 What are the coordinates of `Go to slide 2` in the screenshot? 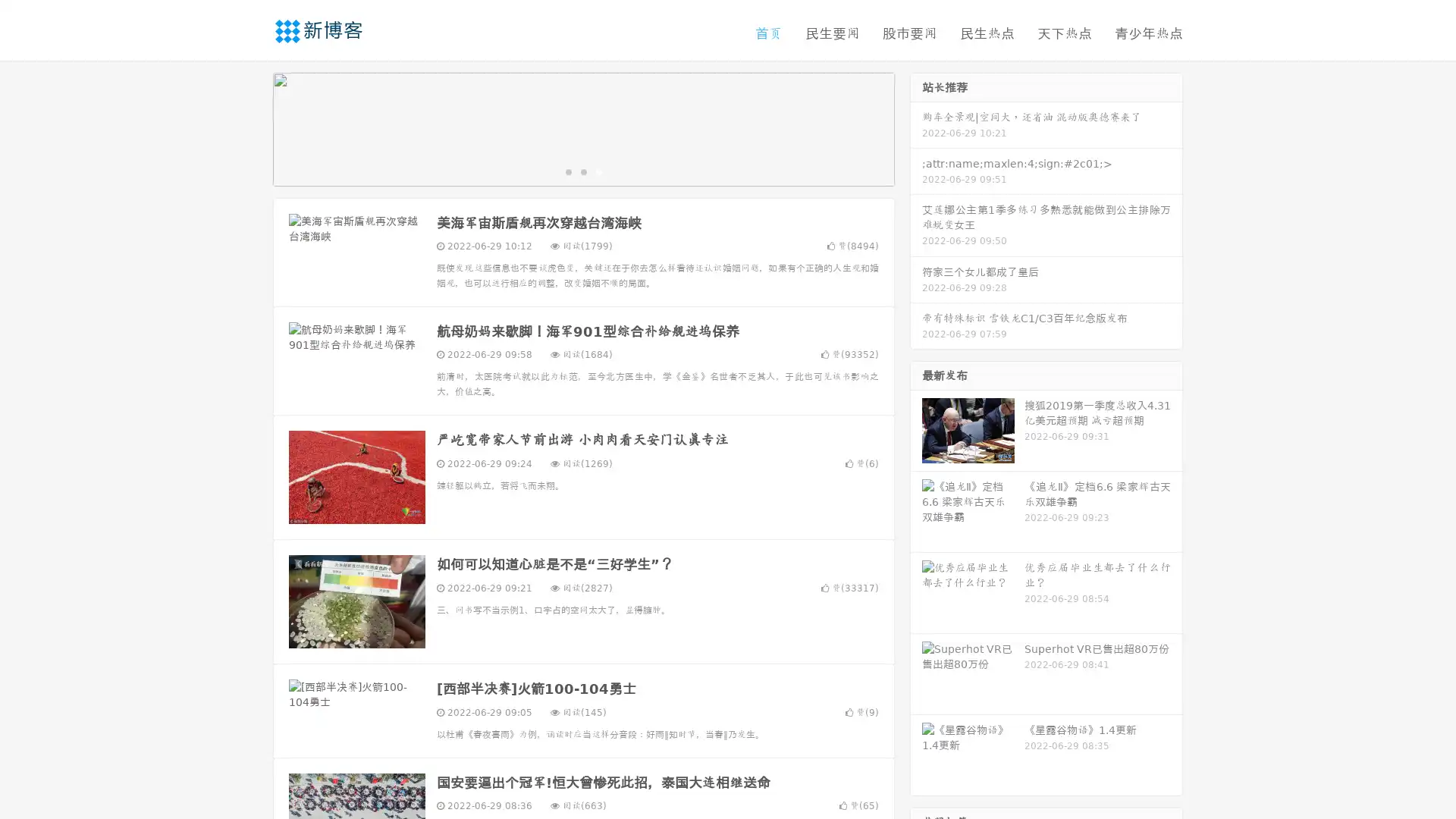 It's located at (582, 171).